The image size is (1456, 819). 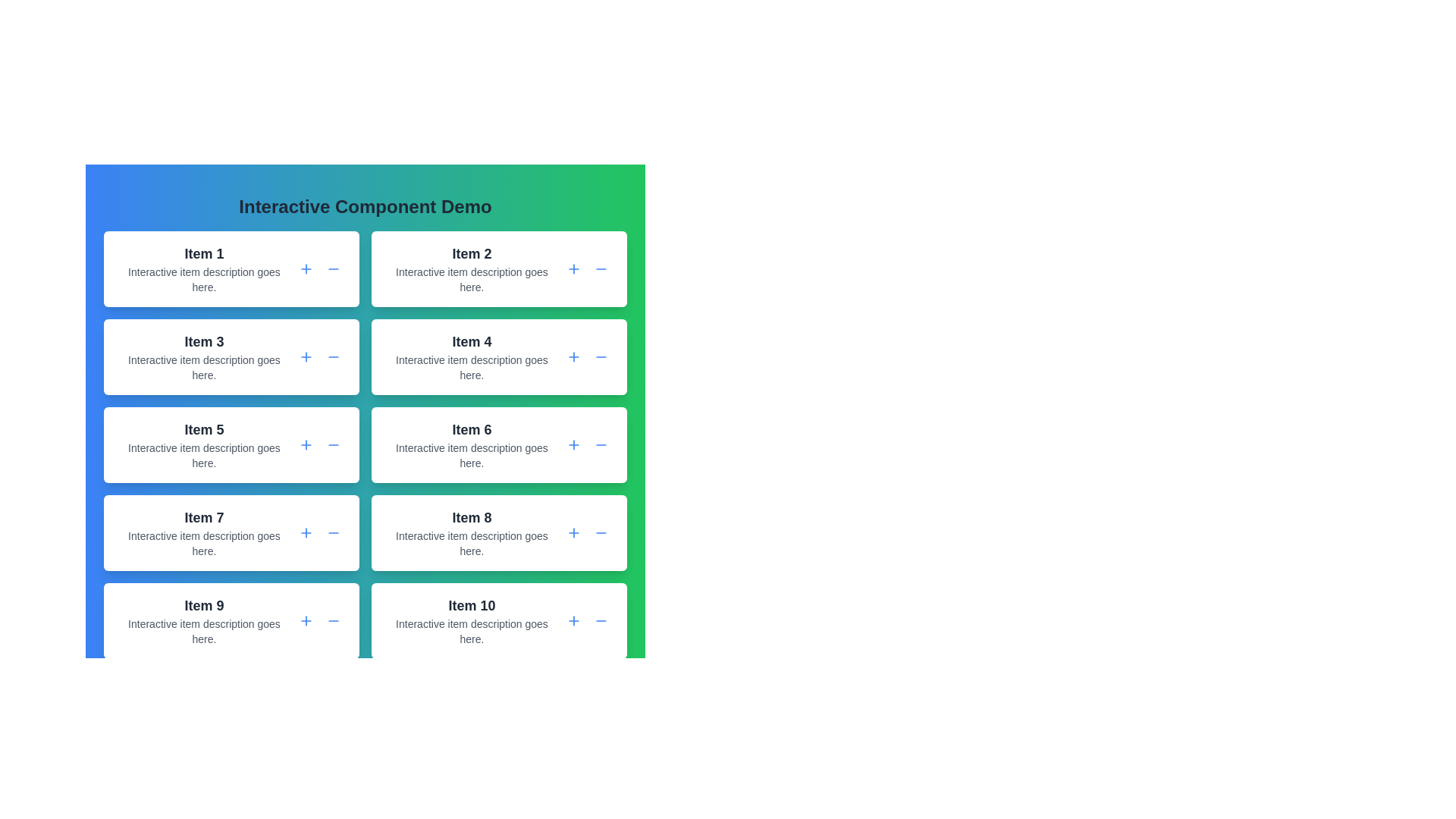 I want to click on the button, so click(x=573, y=268).